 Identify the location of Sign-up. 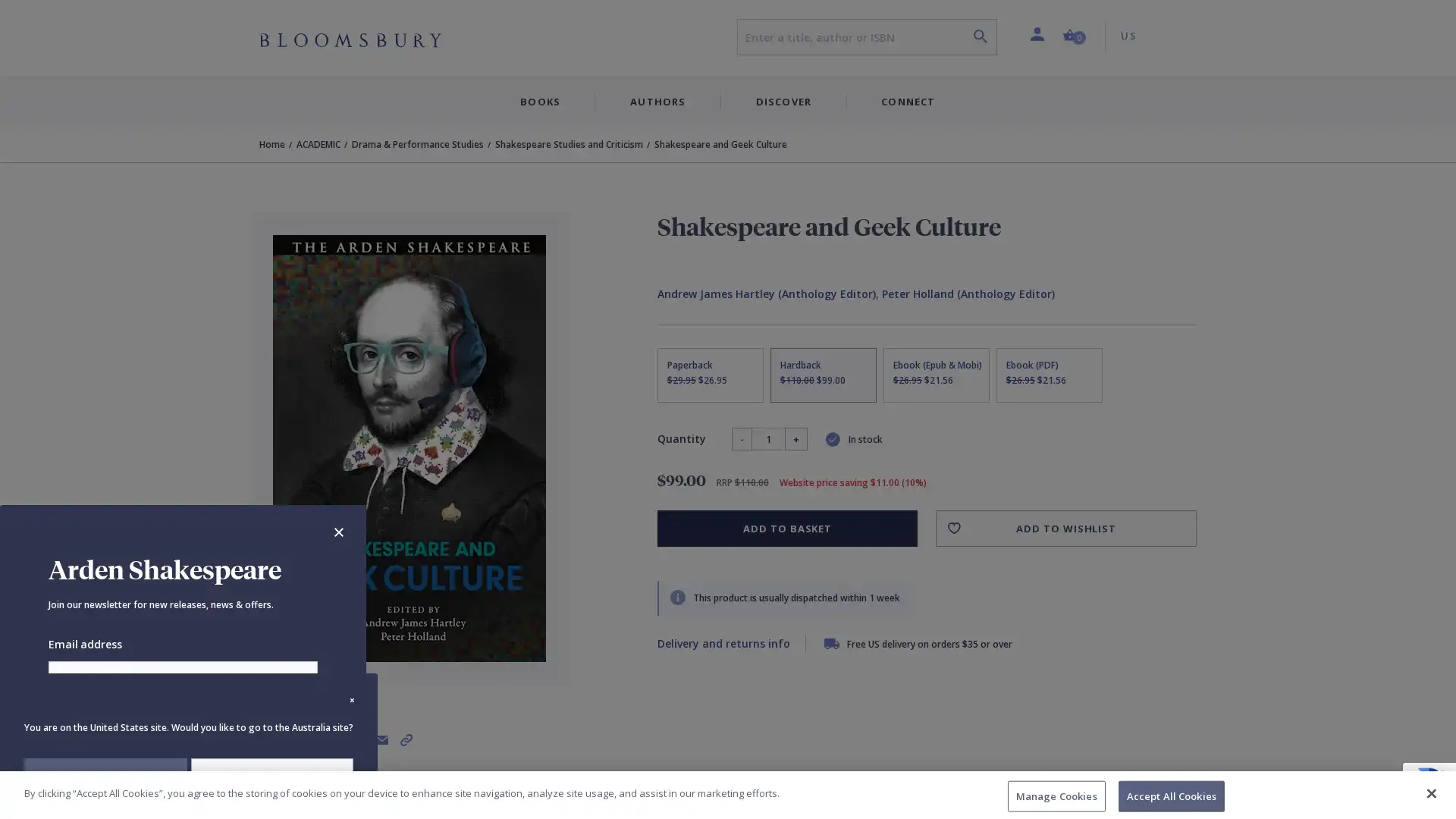
(182, 725).